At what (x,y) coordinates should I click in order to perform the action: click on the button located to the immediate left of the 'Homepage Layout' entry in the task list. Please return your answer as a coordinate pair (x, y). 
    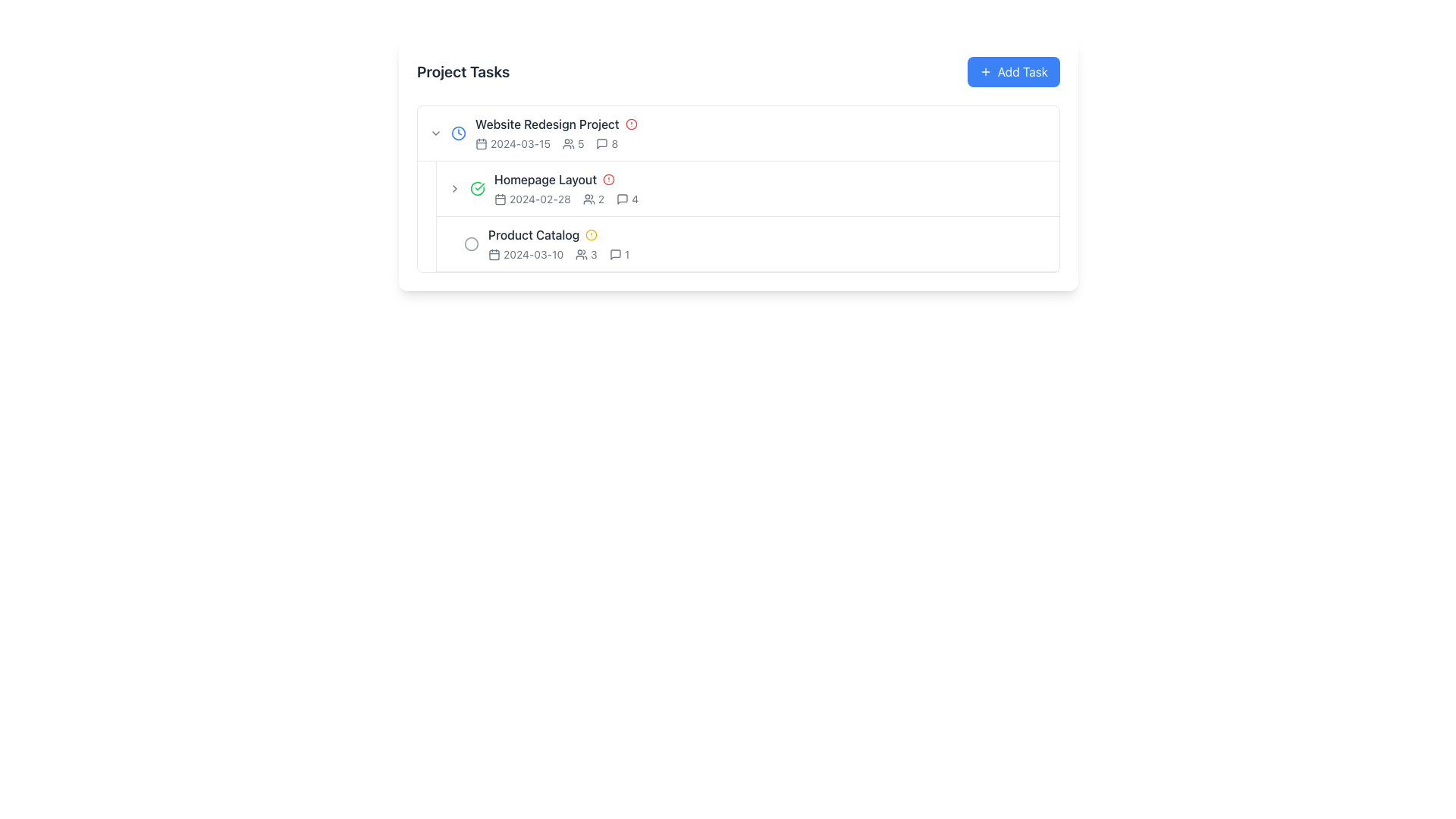
    Looking at the image, I should click on (454, 188).